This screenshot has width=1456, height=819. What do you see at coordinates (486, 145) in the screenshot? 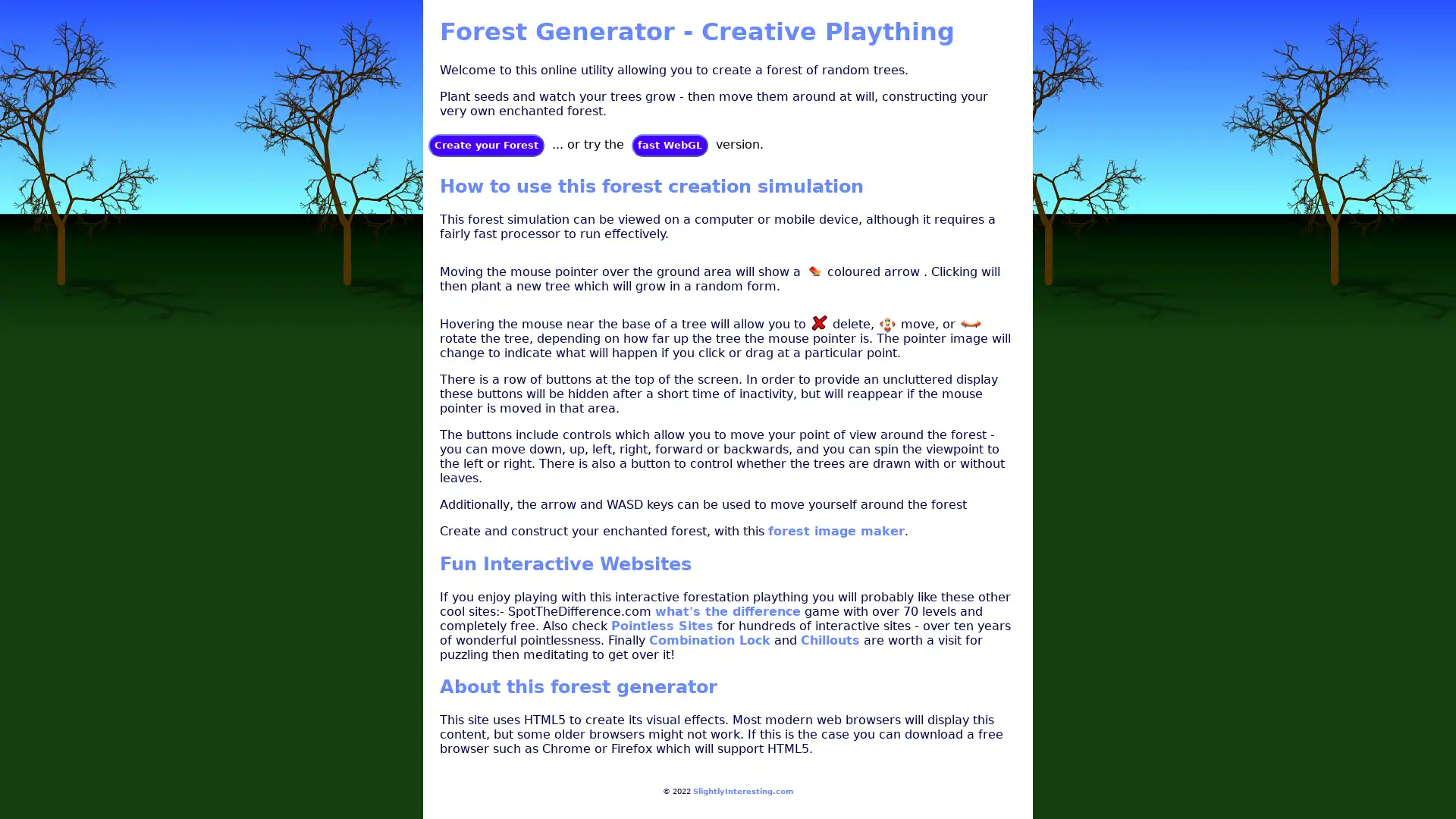
I see `Create your Forest` at bounding box center [486, 145].